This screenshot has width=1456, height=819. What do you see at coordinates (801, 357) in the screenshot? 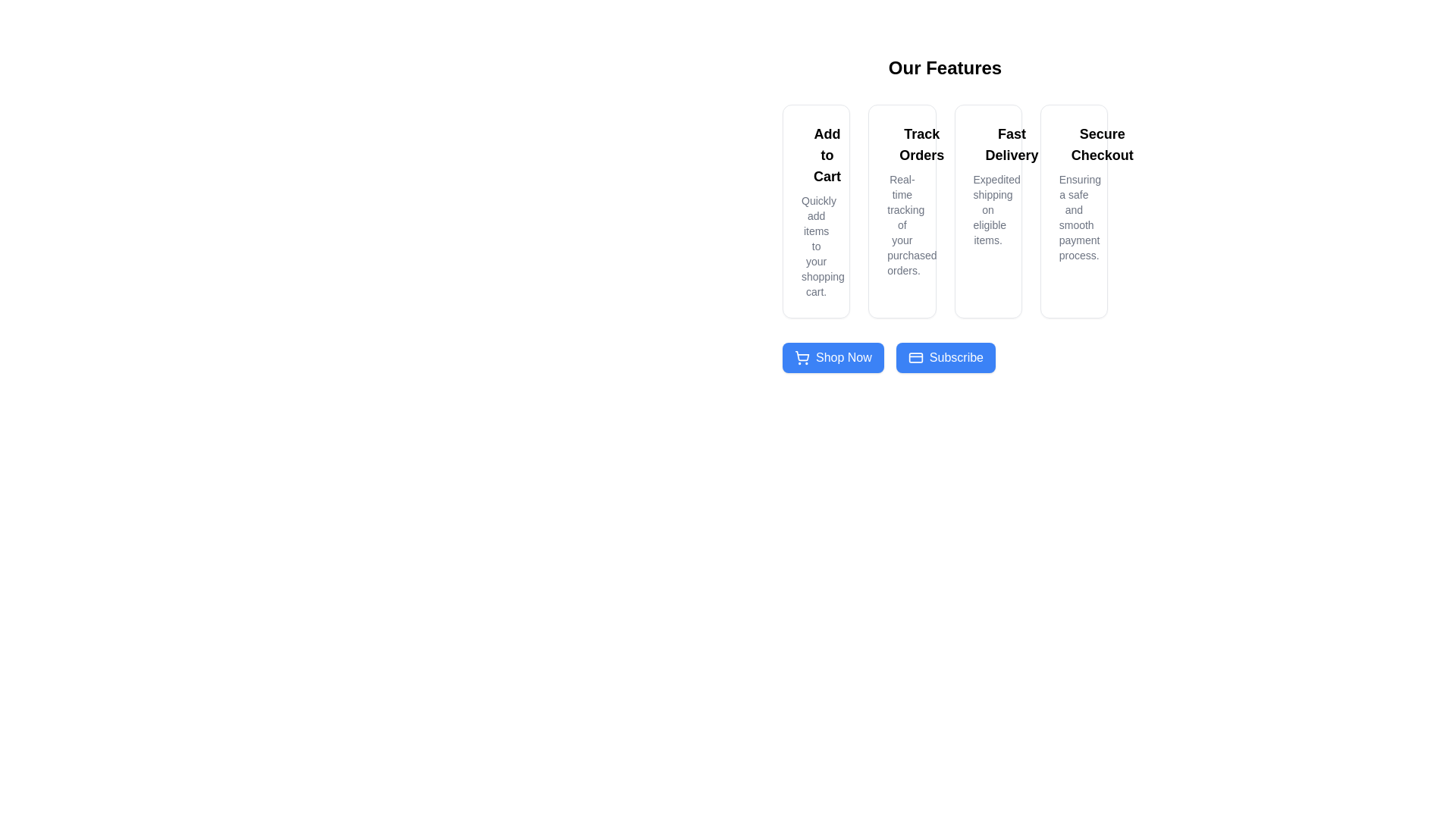
I see `the minimalistic line-art shopping cart icon with a white outline located on the left side of the 'Shop Now' button to initiate shopping actions` at bounding box center [801, 357].